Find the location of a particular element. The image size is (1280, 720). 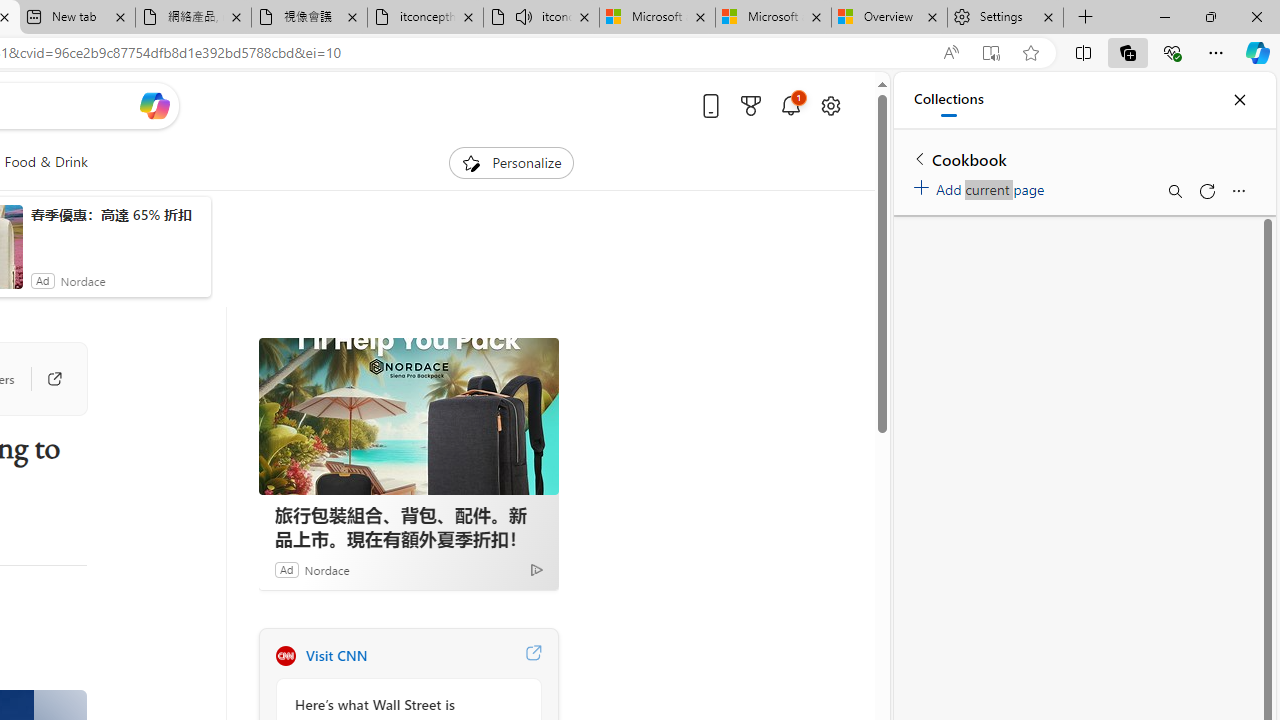

'Open settings' is located at coordinates (830, 105).